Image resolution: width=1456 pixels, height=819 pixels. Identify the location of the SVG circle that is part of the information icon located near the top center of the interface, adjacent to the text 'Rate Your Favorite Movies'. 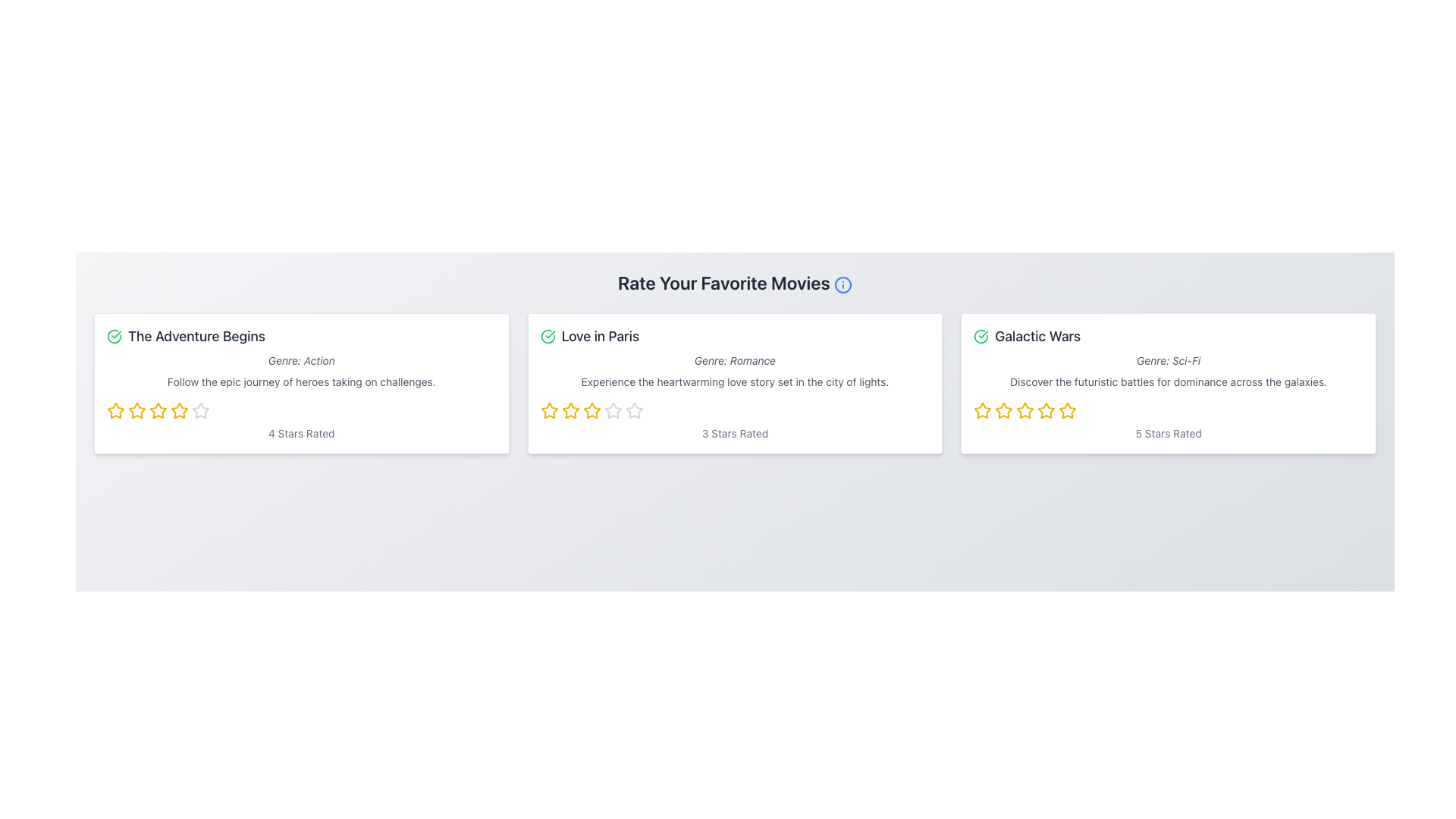
(842, 284).